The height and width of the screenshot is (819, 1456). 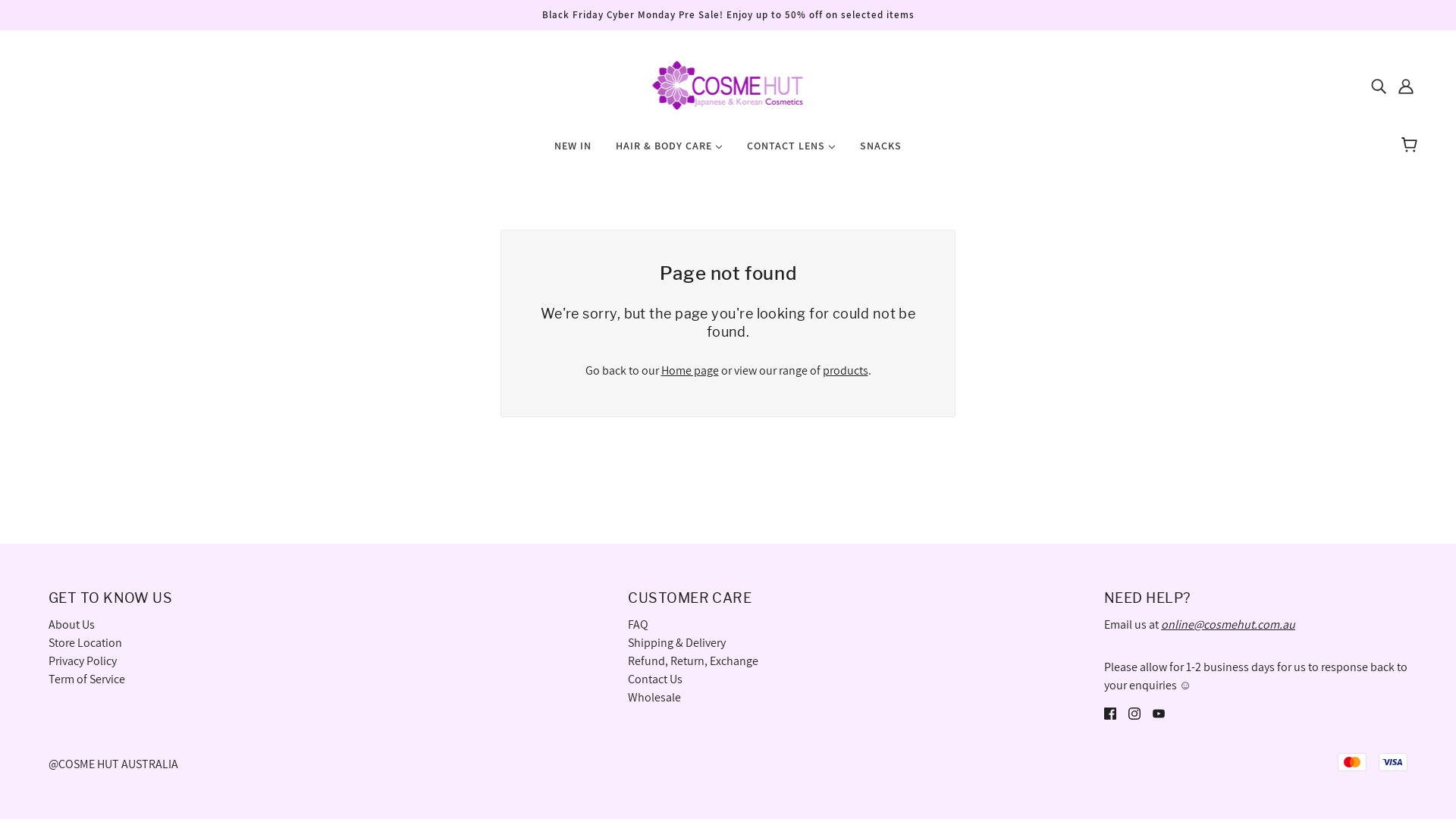 I want to click on 'HAIR & BODY CARE', so click(x=668, y=152).